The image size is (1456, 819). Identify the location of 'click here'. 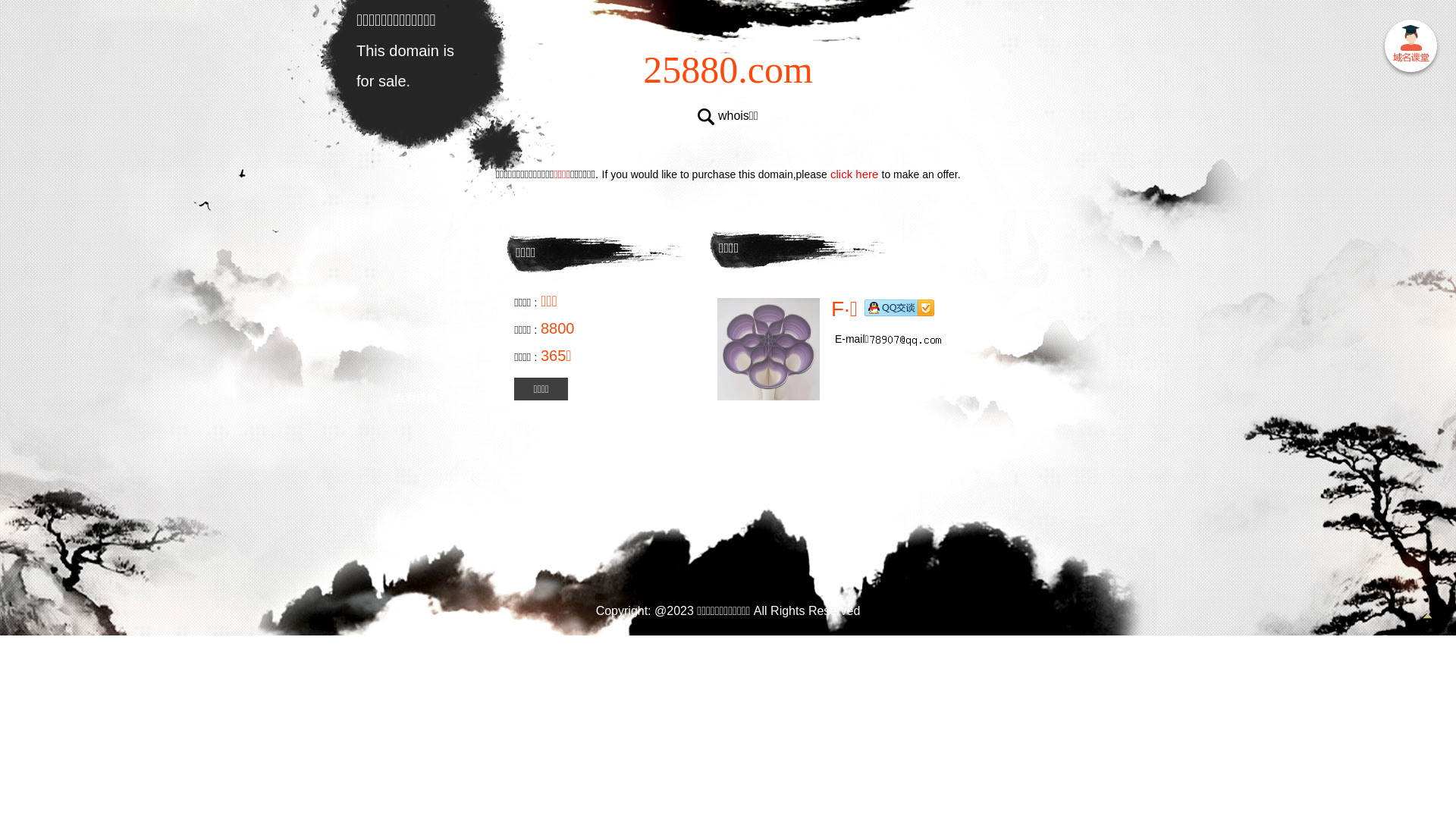
(855, 173).